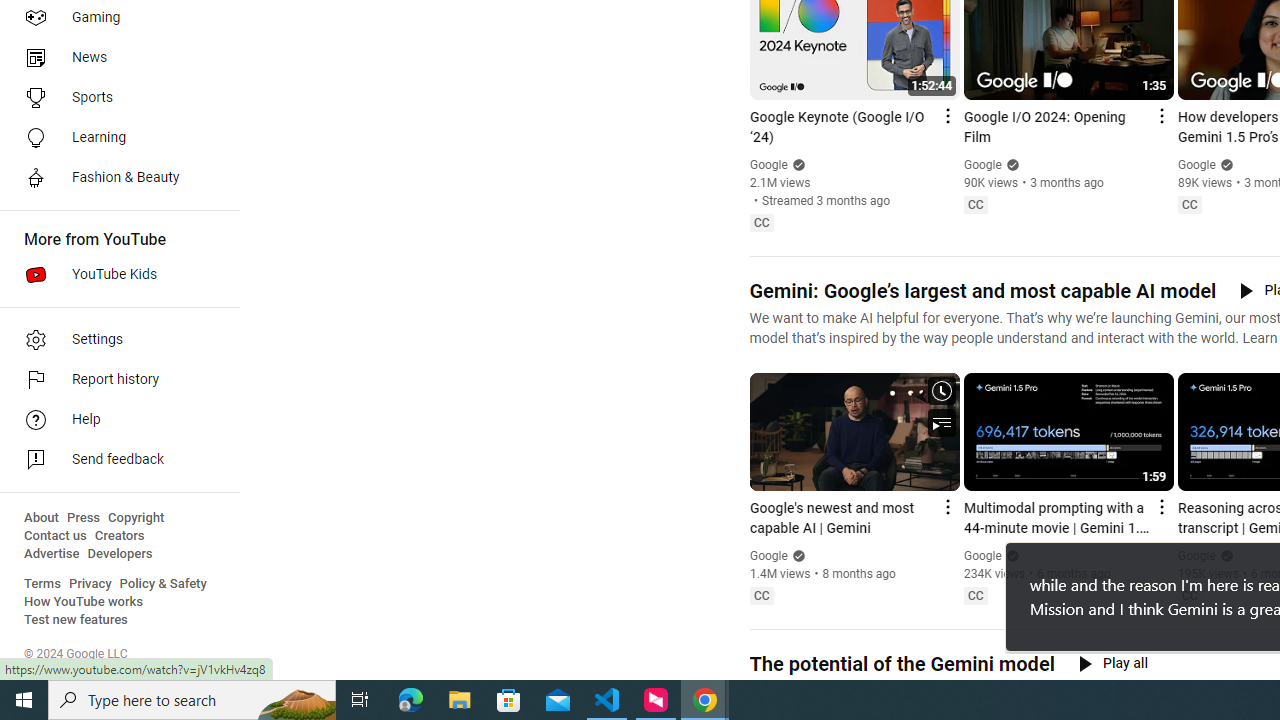  I want to click on 'Advertise', so click(51, 554).